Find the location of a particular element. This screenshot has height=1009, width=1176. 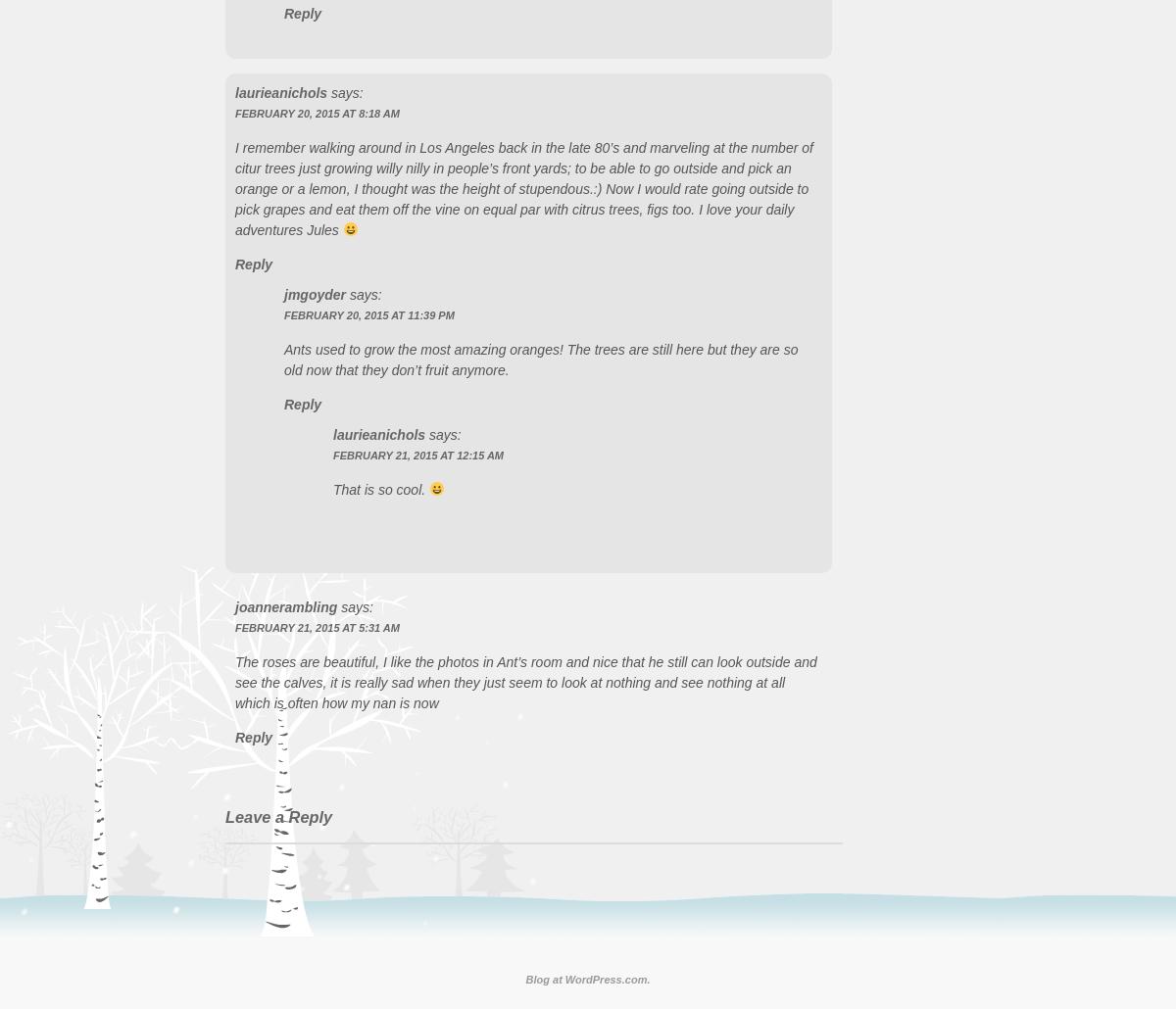

'Ants used to grow the most amazing oranges! The trees are still here but they are so old now that they don’t fruit anymore.' is located at coordinates (540, 359).